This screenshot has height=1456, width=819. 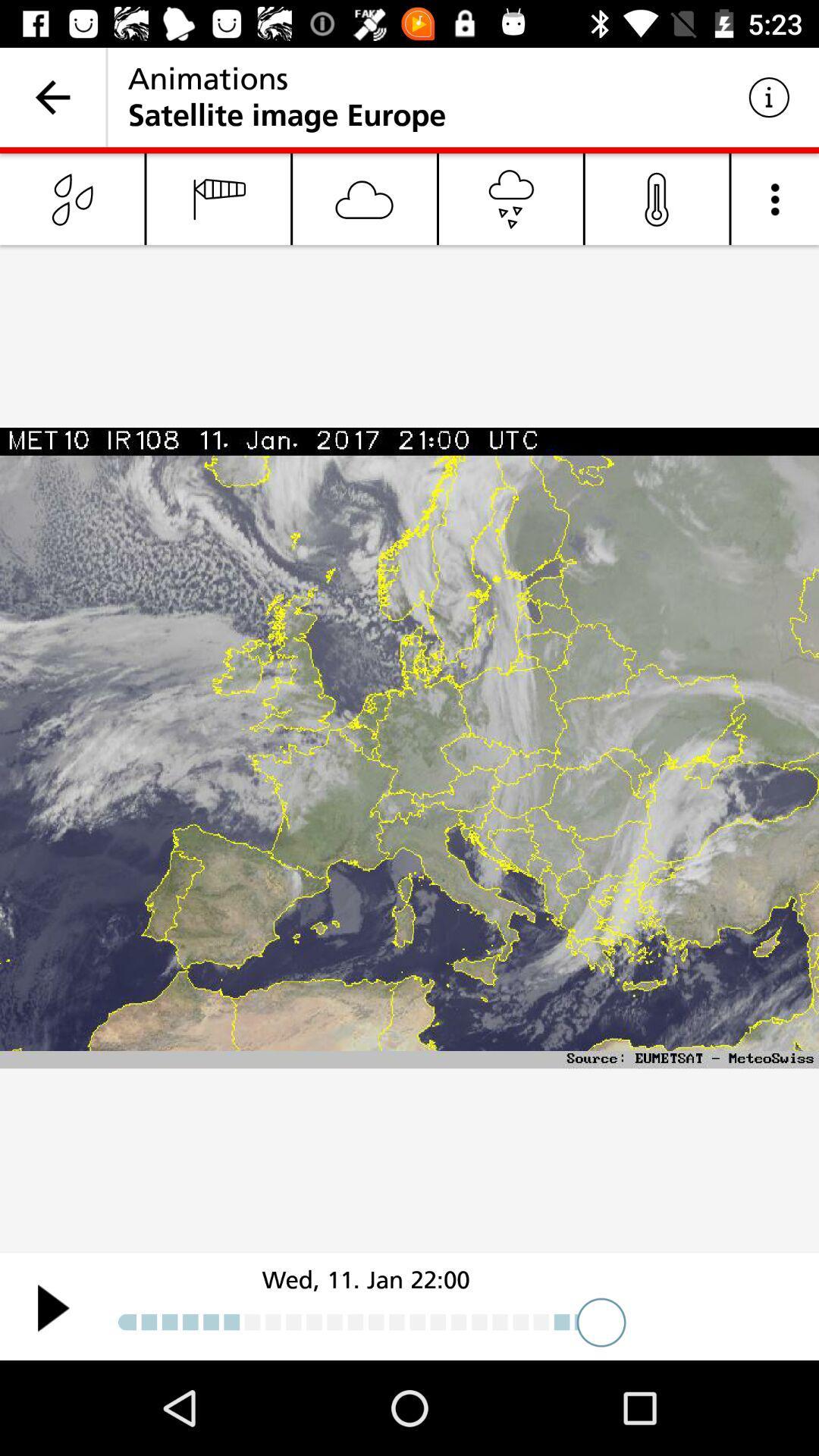 What do you see at coordinates (769, 96) in the screenshot?
I see `item next to the animations item` at bounding box center [769, 96].